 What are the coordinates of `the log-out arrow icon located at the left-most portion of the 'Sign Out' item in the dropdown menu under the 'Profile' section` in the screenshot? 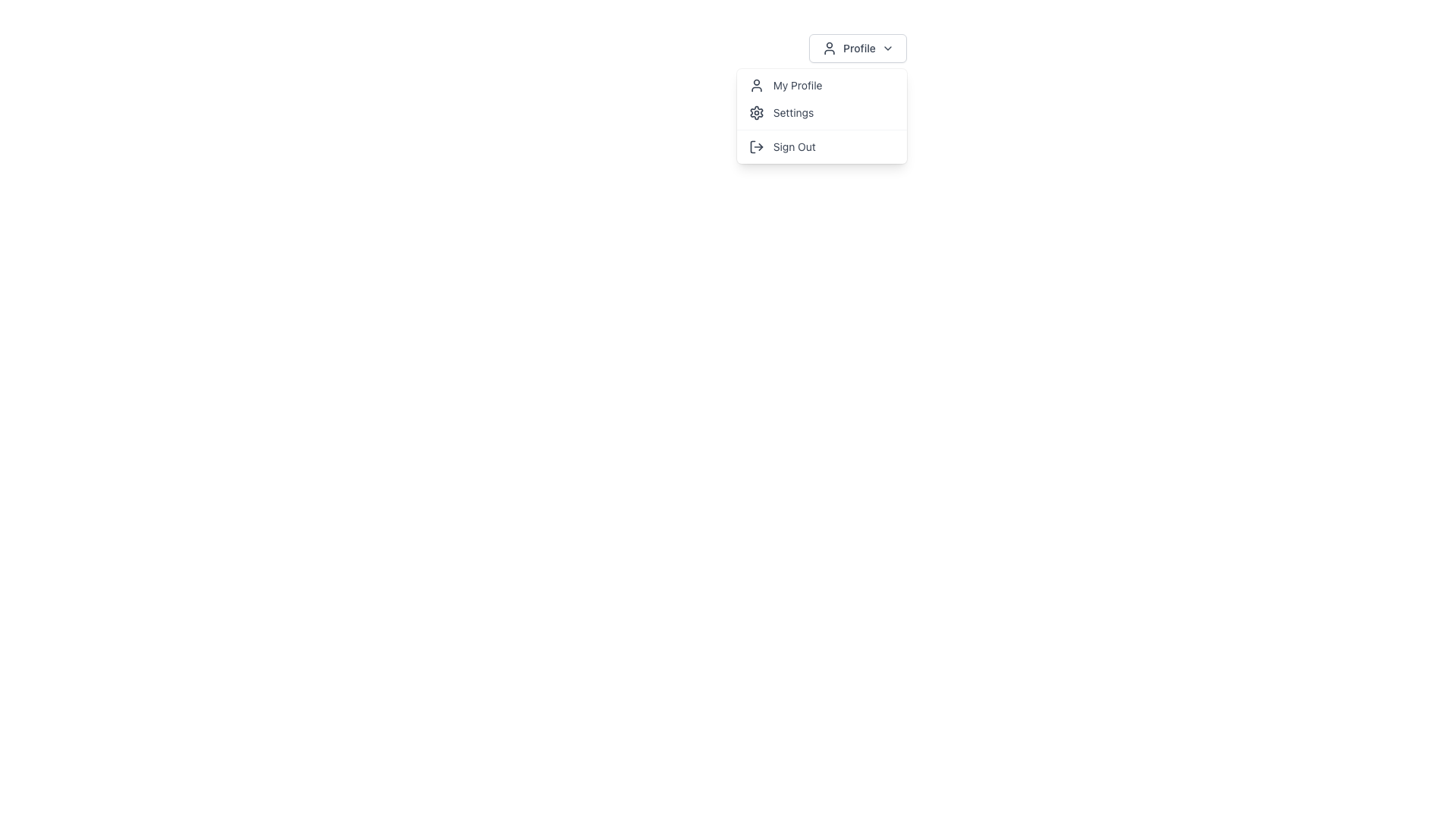 It's located at (756, 146).